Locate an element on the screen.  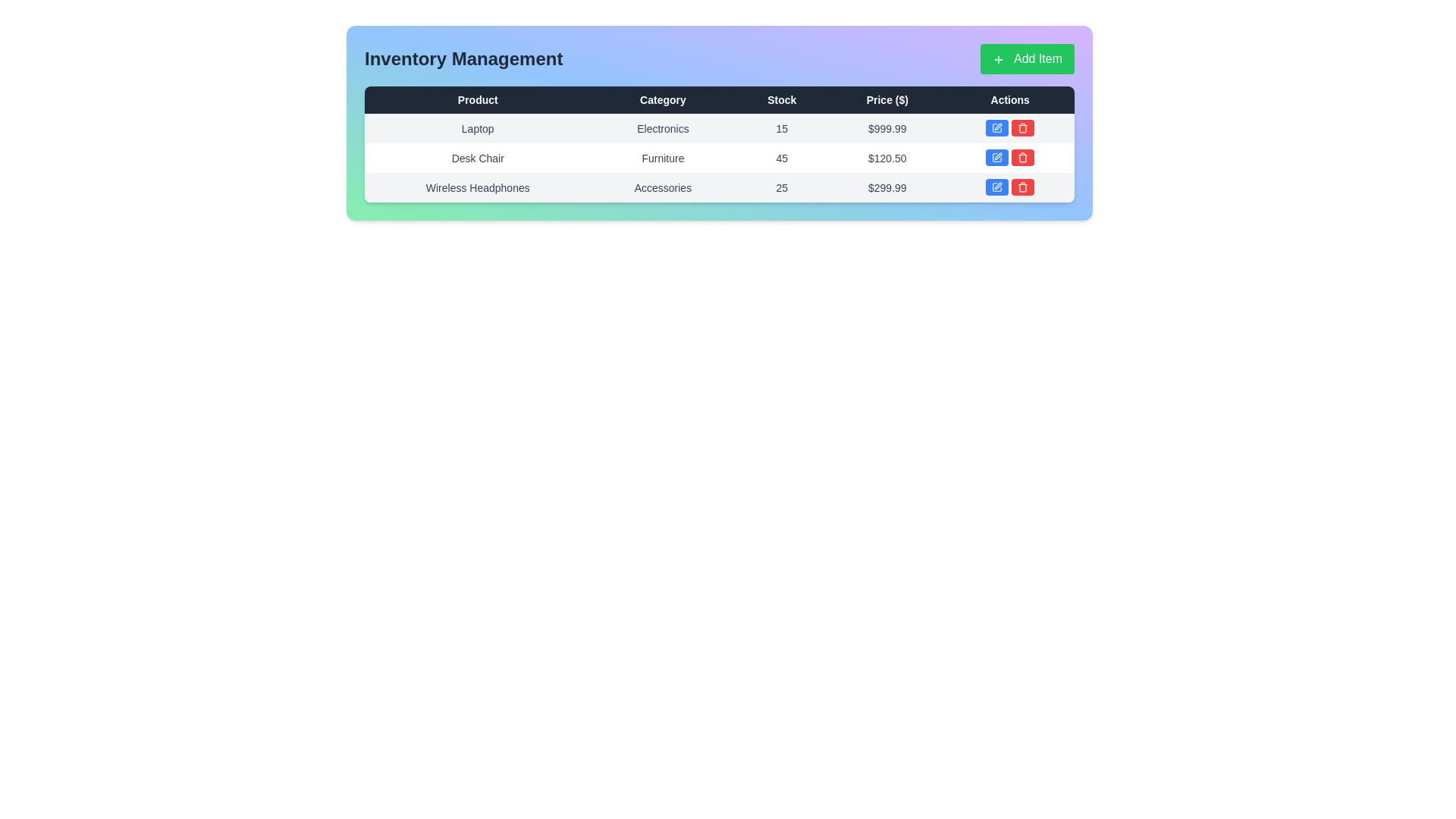
the trash can icon button with a red background, which represents the delete action for the 'Desk Chair' row in the product list is located at coordinates (1023, 127).